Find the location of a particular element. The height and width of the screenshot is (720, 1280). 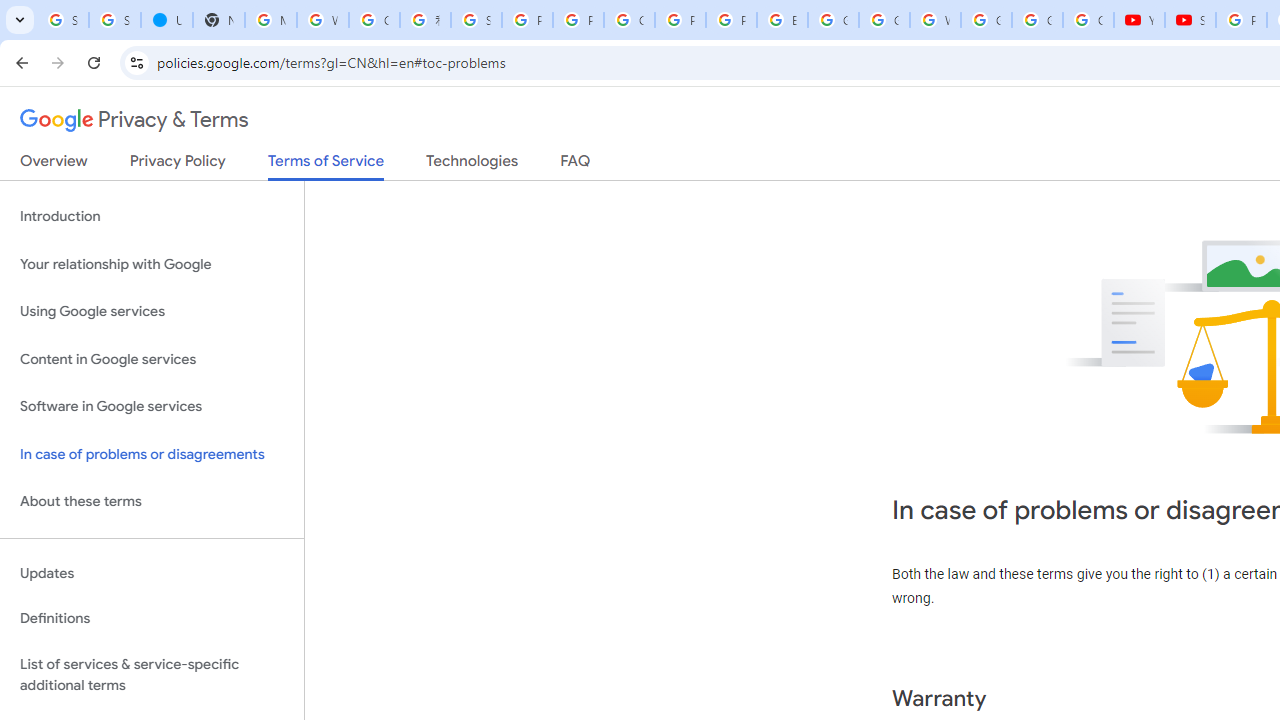

'List of services & service-specific additional terms' is located at coordinates (151, 675).